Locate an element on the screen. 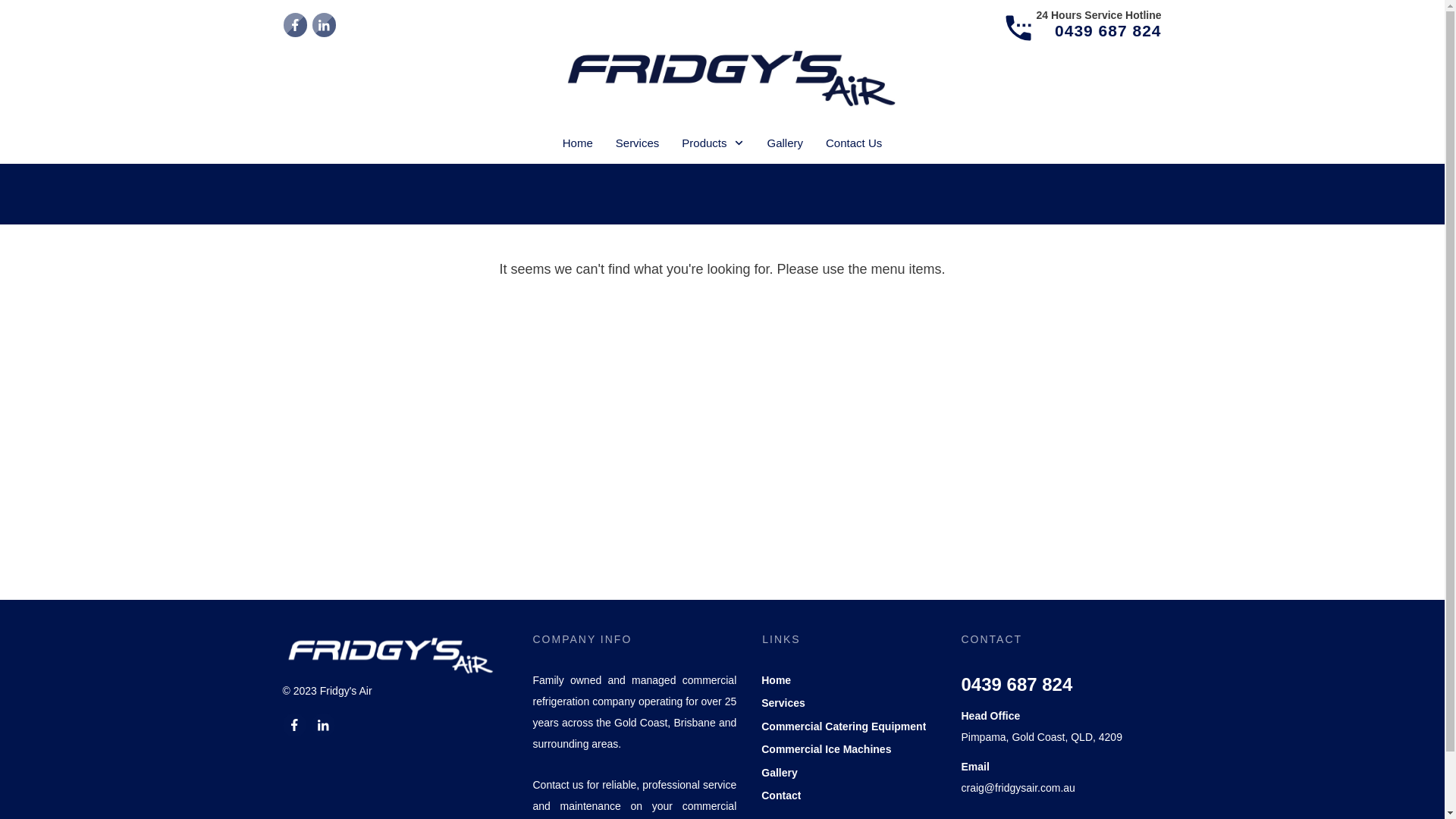 The width and height of the screenshot is (1456, 819). 'Contact Us' is located at coordinates (854, 143).